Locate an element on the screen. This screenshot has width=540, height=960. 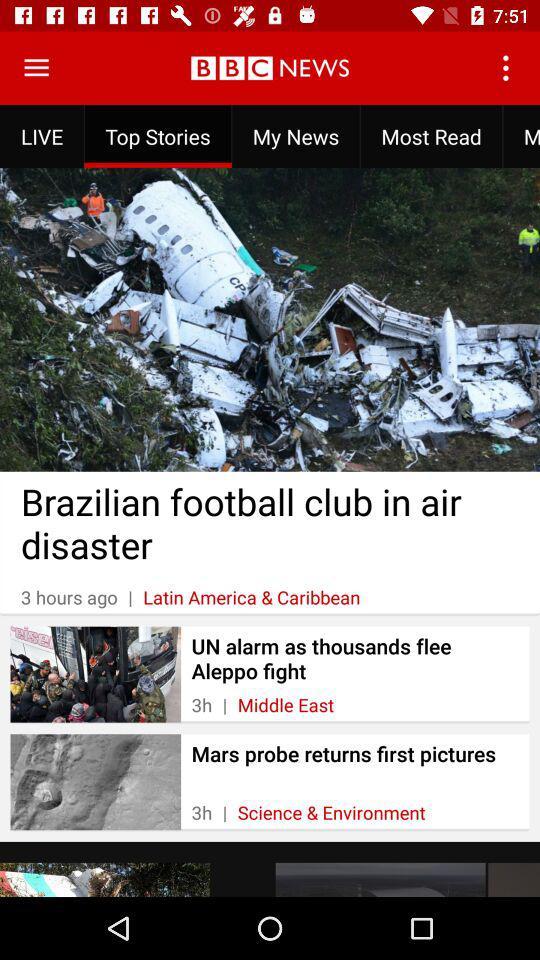
the science & environment item is located at coordinates (331, 812).